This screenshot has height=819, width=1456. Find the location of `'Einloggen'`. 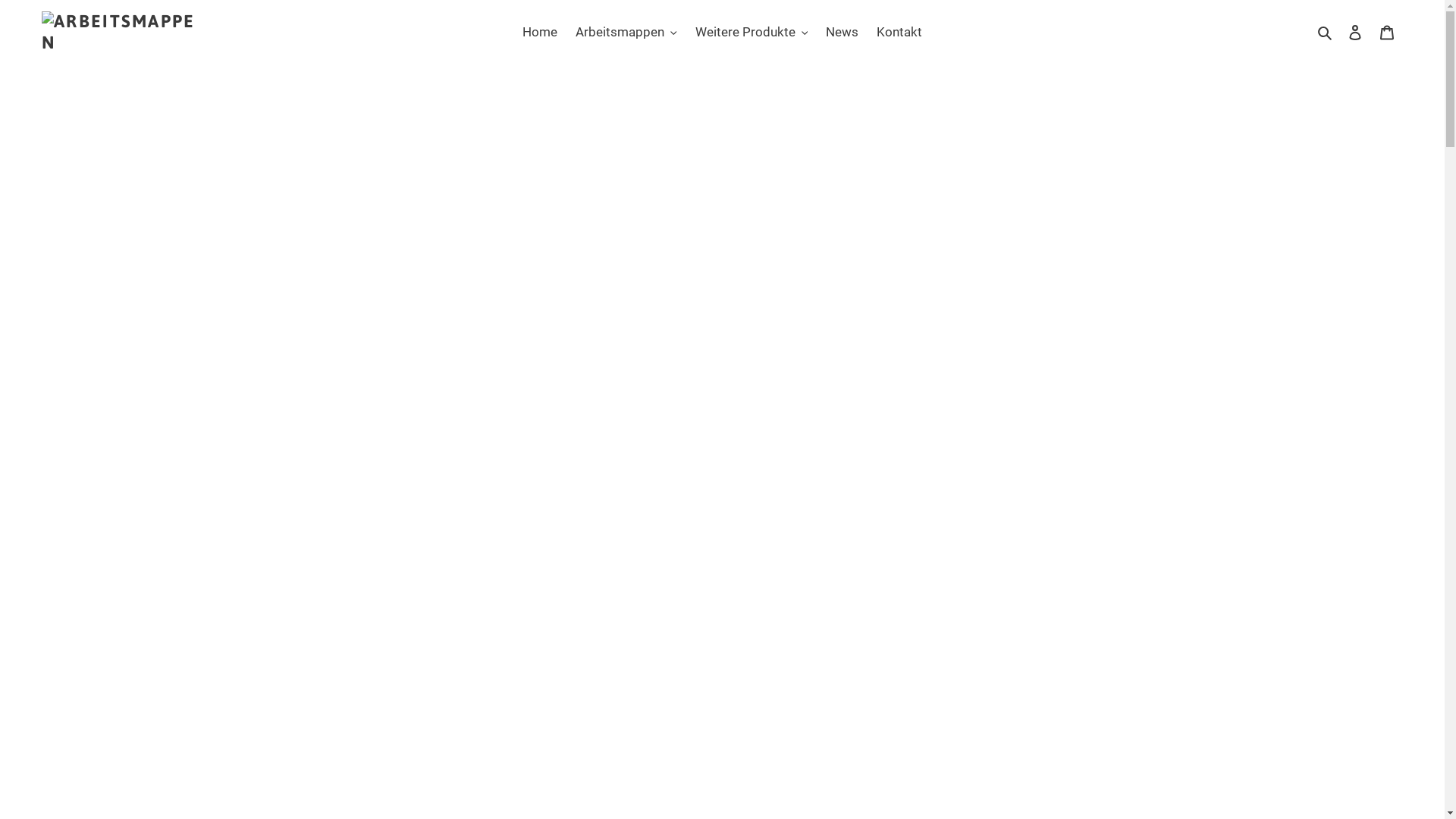

'Einloggen' is located at coordinates (1354, 32).